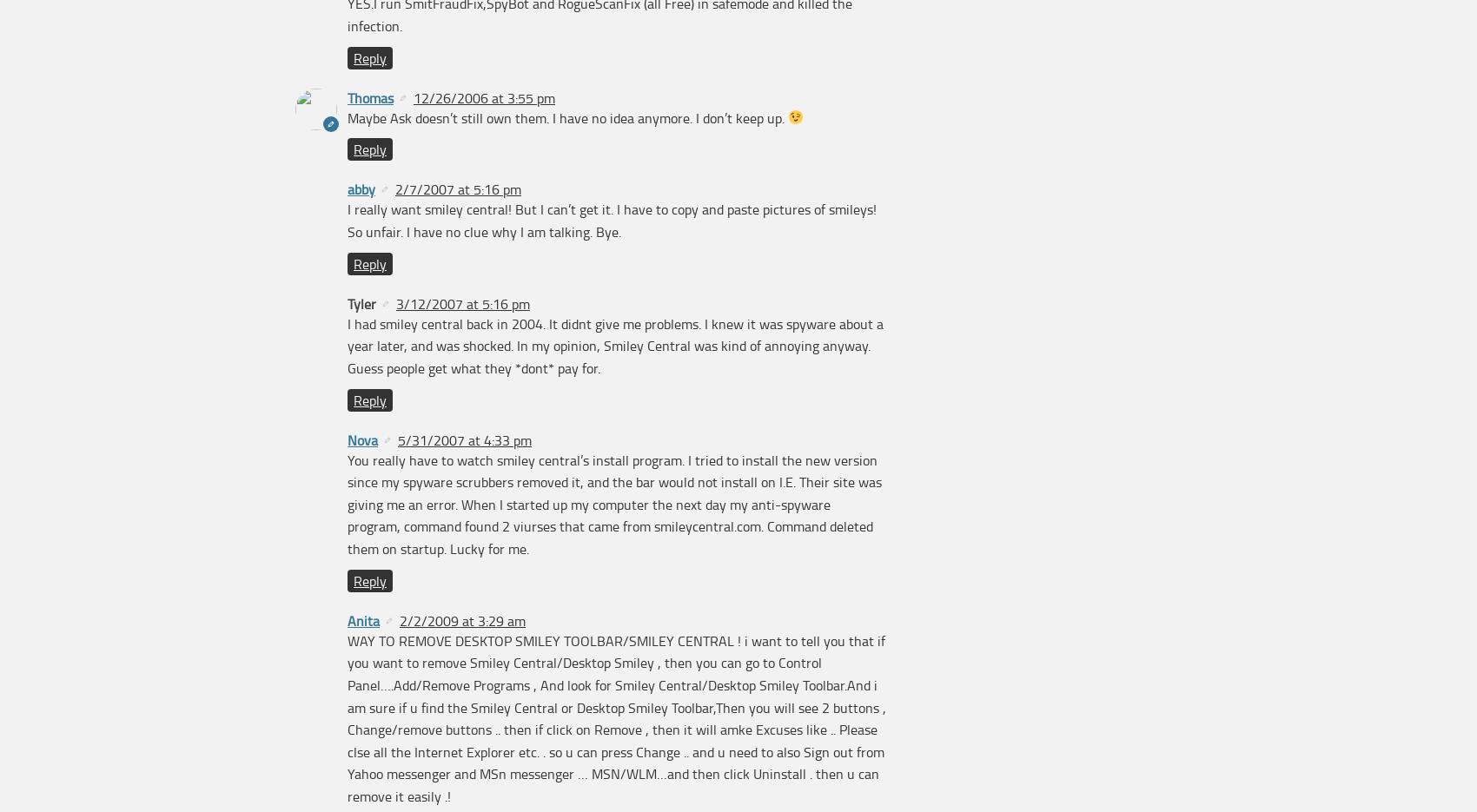  Describe the element at coordinates (361, 439) in the screenshot. I see `'Nova'` at that location.